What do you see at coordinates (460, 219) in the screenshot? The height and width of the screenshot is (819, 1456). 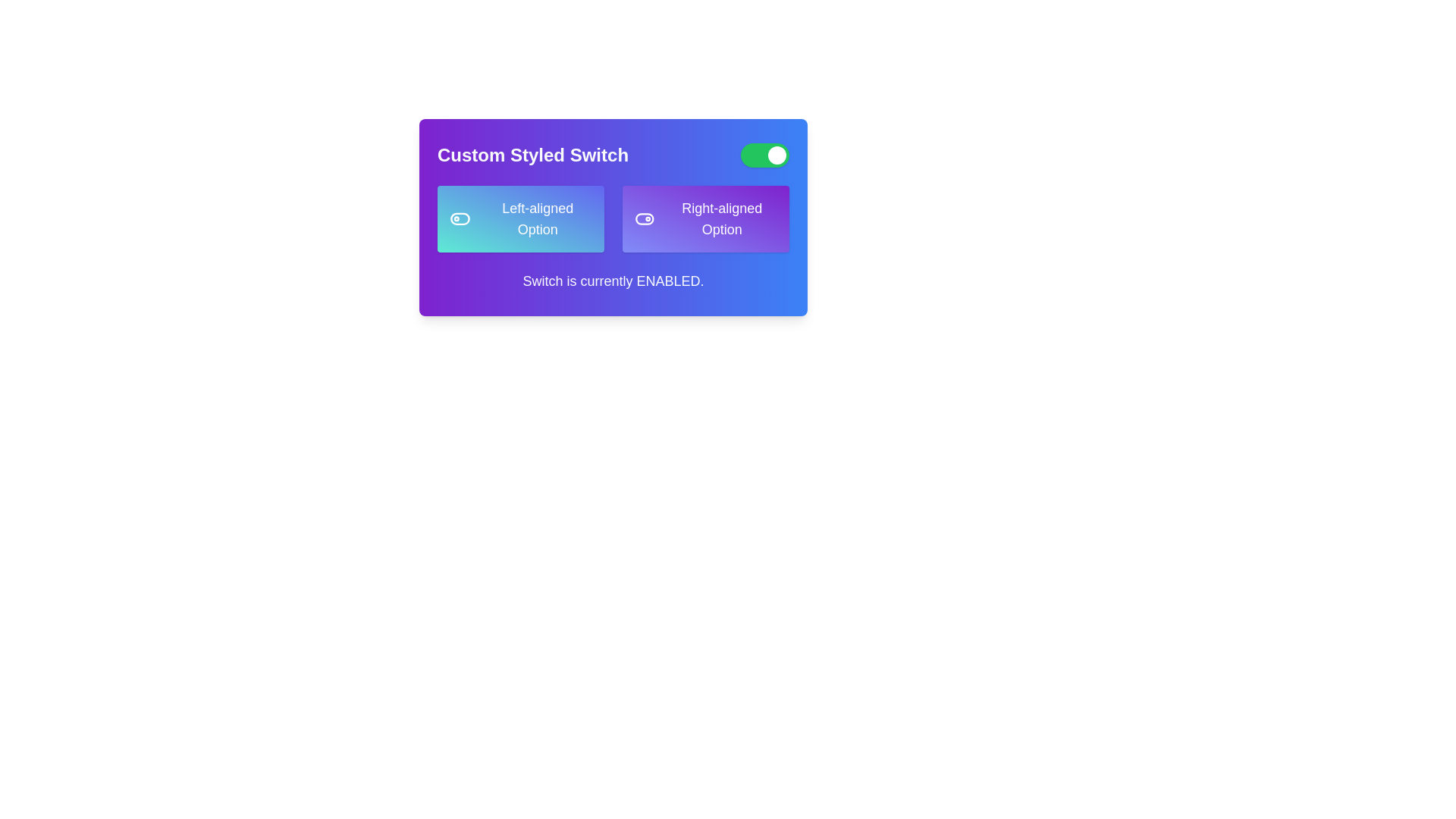 I see `the light blue rounded rectangular decorative background of the toggle switch option located on the left side of the custom styled switch interface` at bounding box center [460, 219].